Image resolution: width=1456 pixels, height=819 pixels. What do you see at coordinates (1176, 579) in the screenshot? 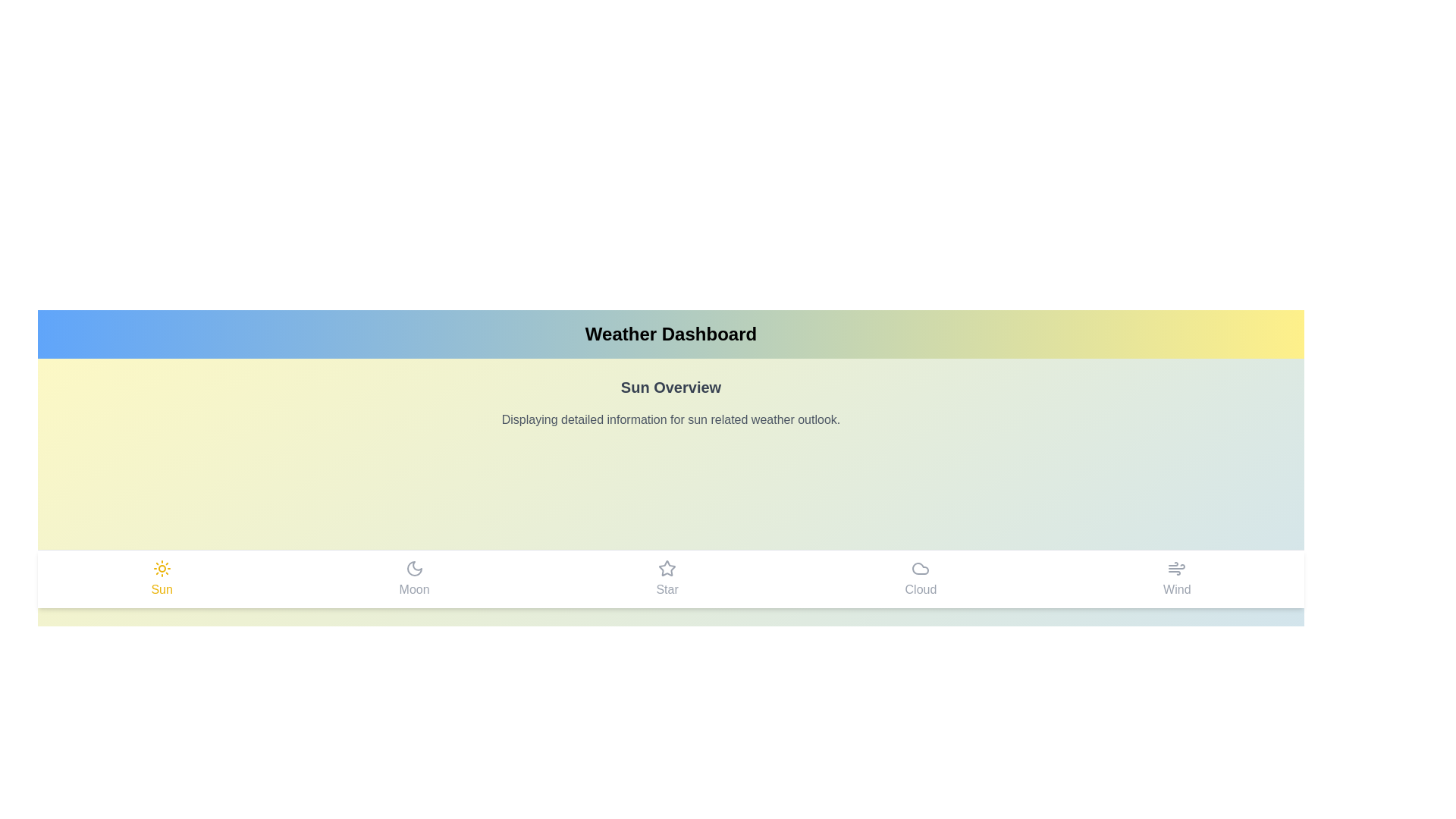
I see `the Wind tab in the navigation bar` at bounding box center [1176, 579].